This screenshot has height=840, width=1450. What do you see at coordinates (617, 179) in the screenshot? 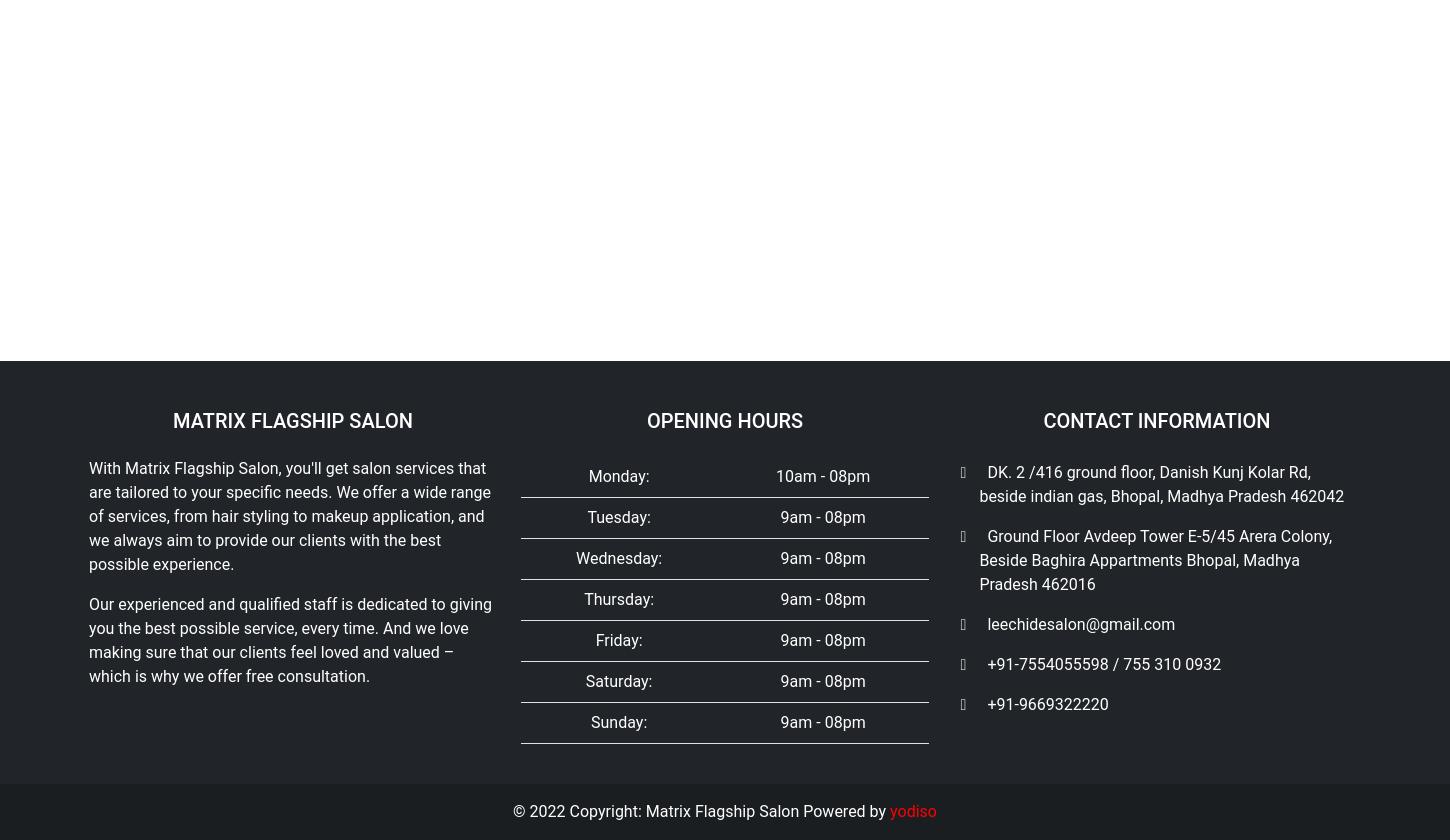
I see `'Saturday:'` at bounding box center [617, 179].